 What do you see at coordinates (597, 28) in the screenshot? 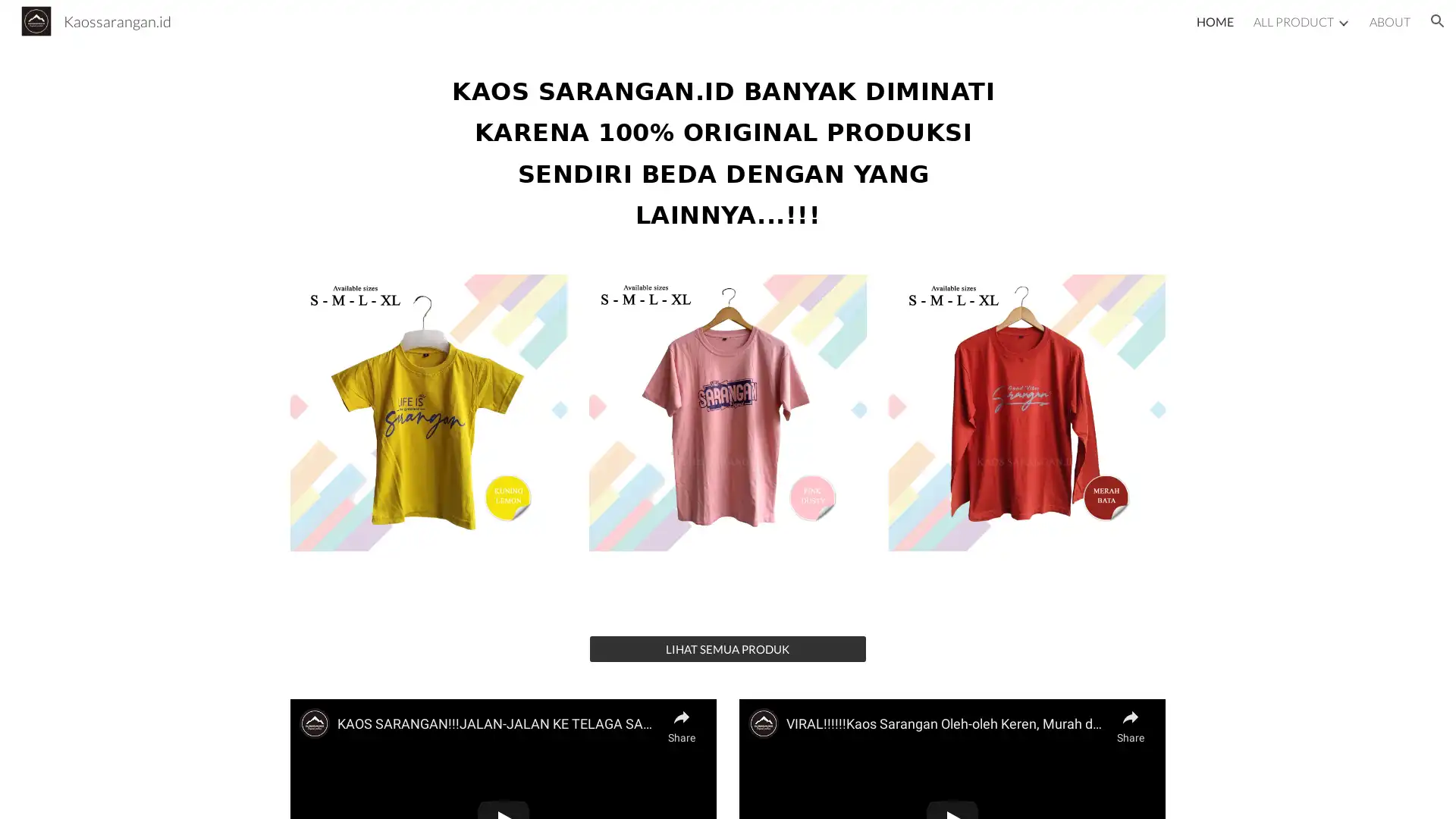
I see `Skip to main content` at bounding box center [597, 28].